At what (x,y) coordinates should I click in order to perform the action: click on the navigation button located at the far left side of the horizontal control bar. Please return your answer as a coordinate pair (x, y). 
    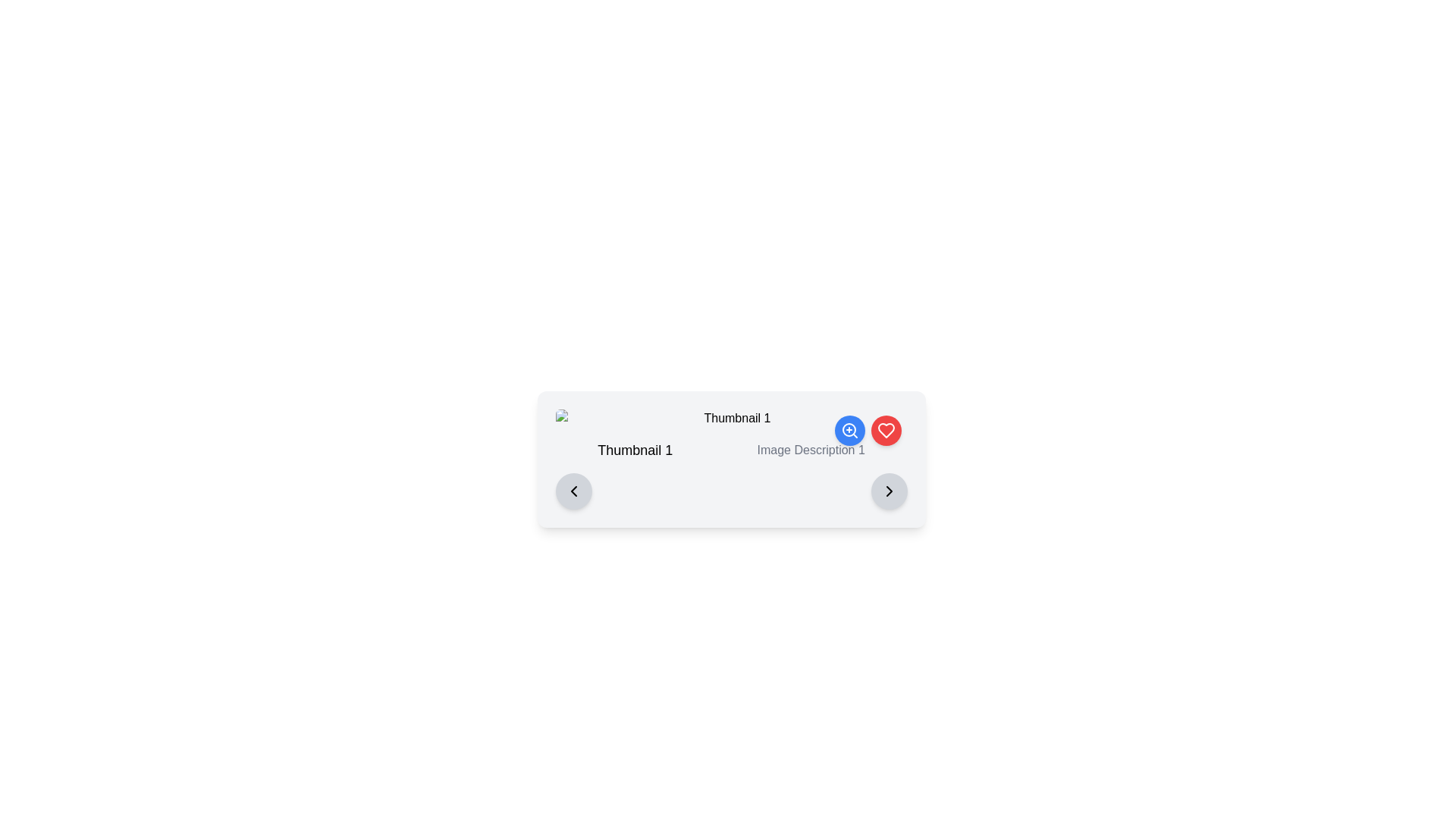
    Looking at the image, I should click on (573, 491).